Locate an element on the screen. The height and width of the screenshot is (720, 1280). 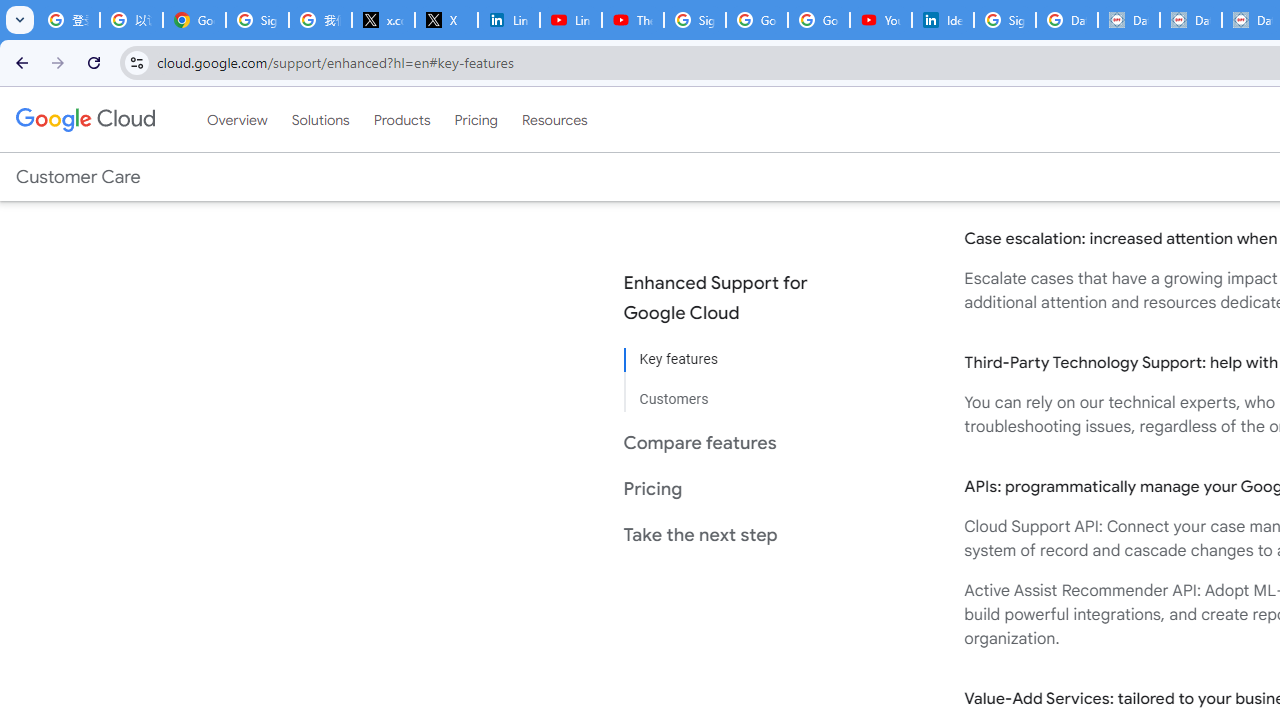
'Pricing' is located at coordinates (475, 119).